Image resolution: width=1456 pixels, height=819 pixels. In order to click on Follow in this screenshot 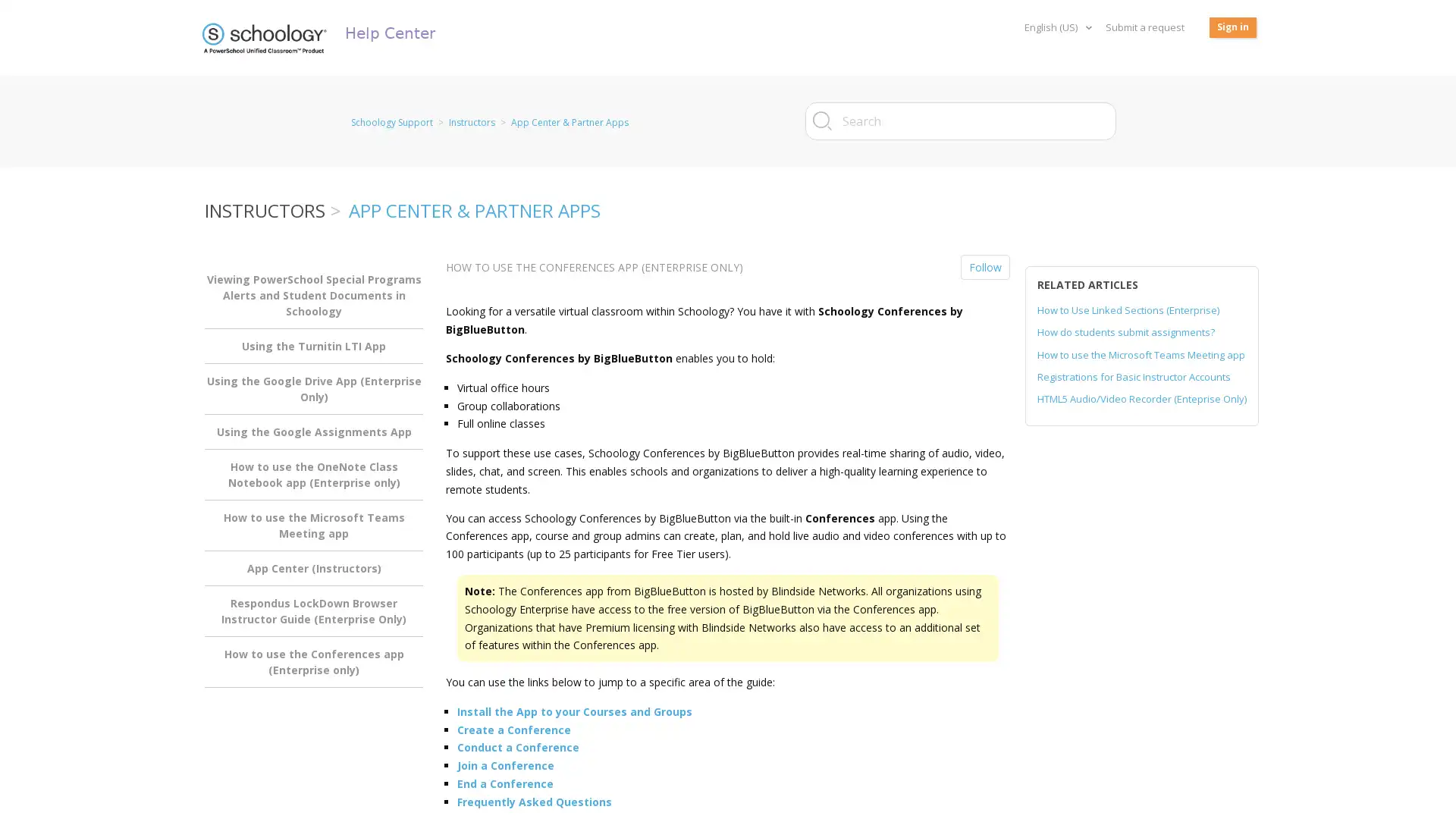, I will do `click(985, 266)`.